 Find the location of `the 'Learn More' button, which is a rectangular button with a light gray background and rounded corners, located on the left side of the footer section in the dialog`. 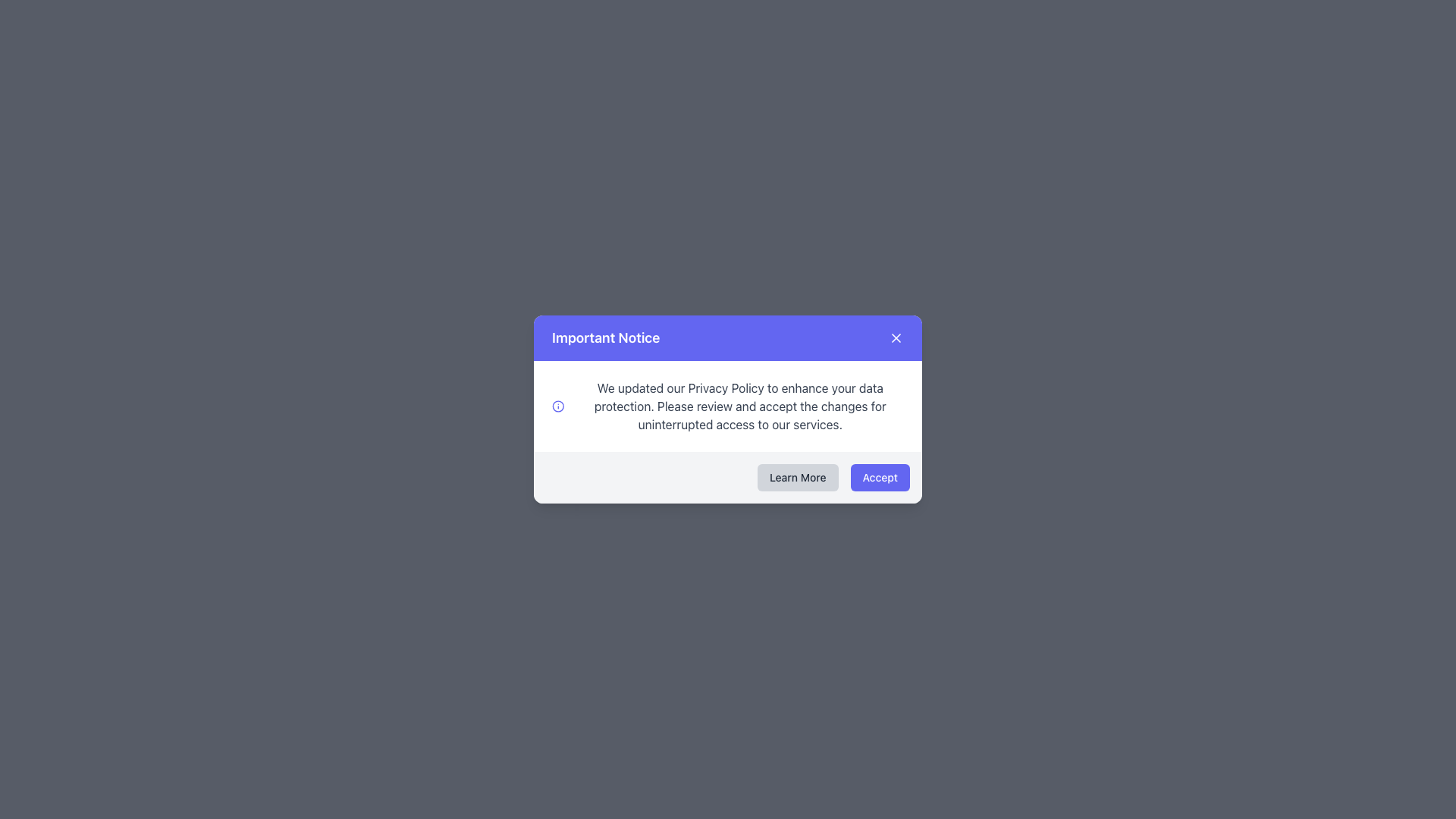

the 'Learn More' button, which is a rectangular button with a light gray background and rounded corners, located on the left side of the footer section in the dialog is located at coordinates (797, 476).